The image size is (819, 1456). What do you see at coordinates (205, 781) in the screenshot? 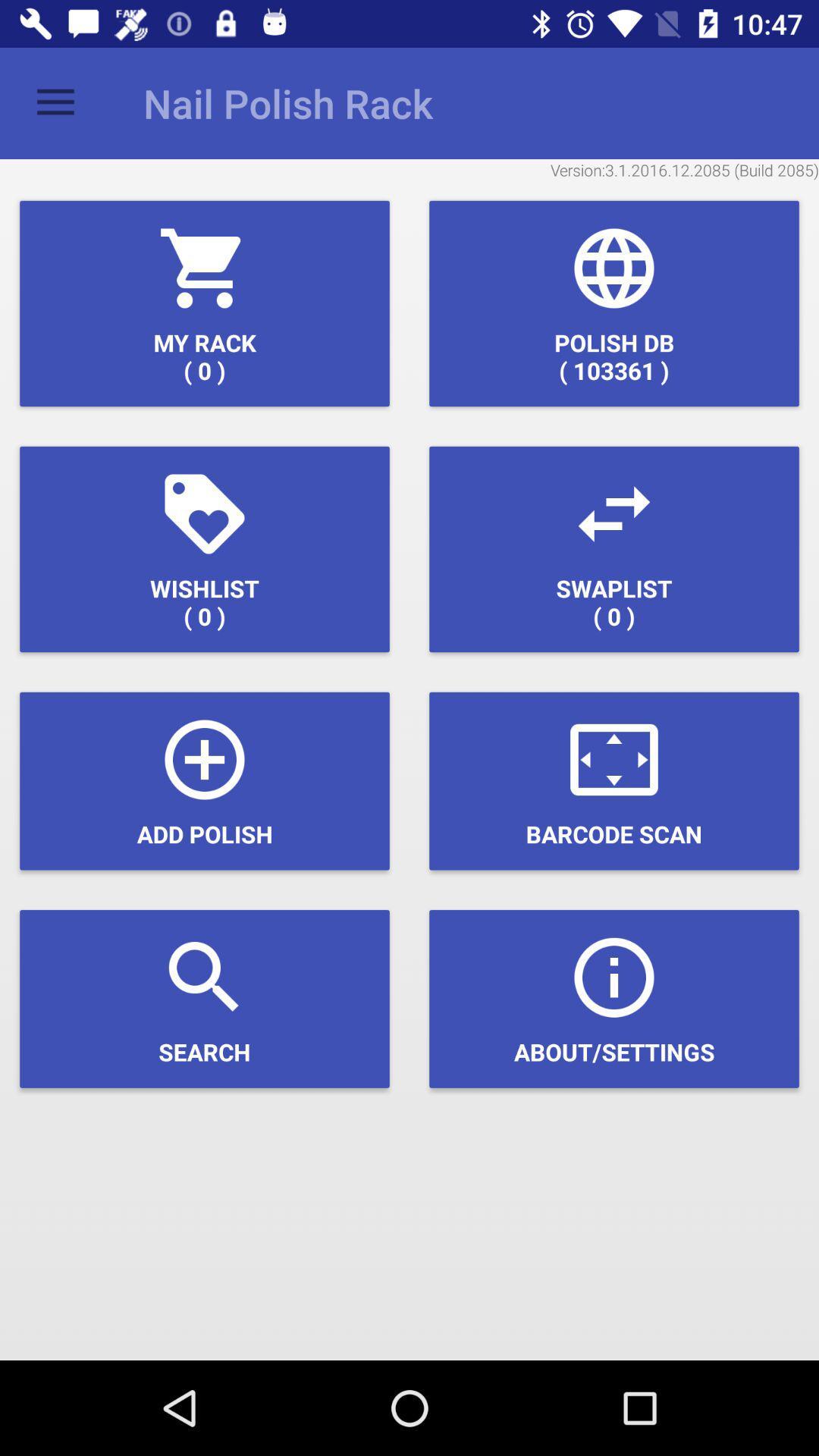
I see `the add polish item` at bounding box center [205, 781].